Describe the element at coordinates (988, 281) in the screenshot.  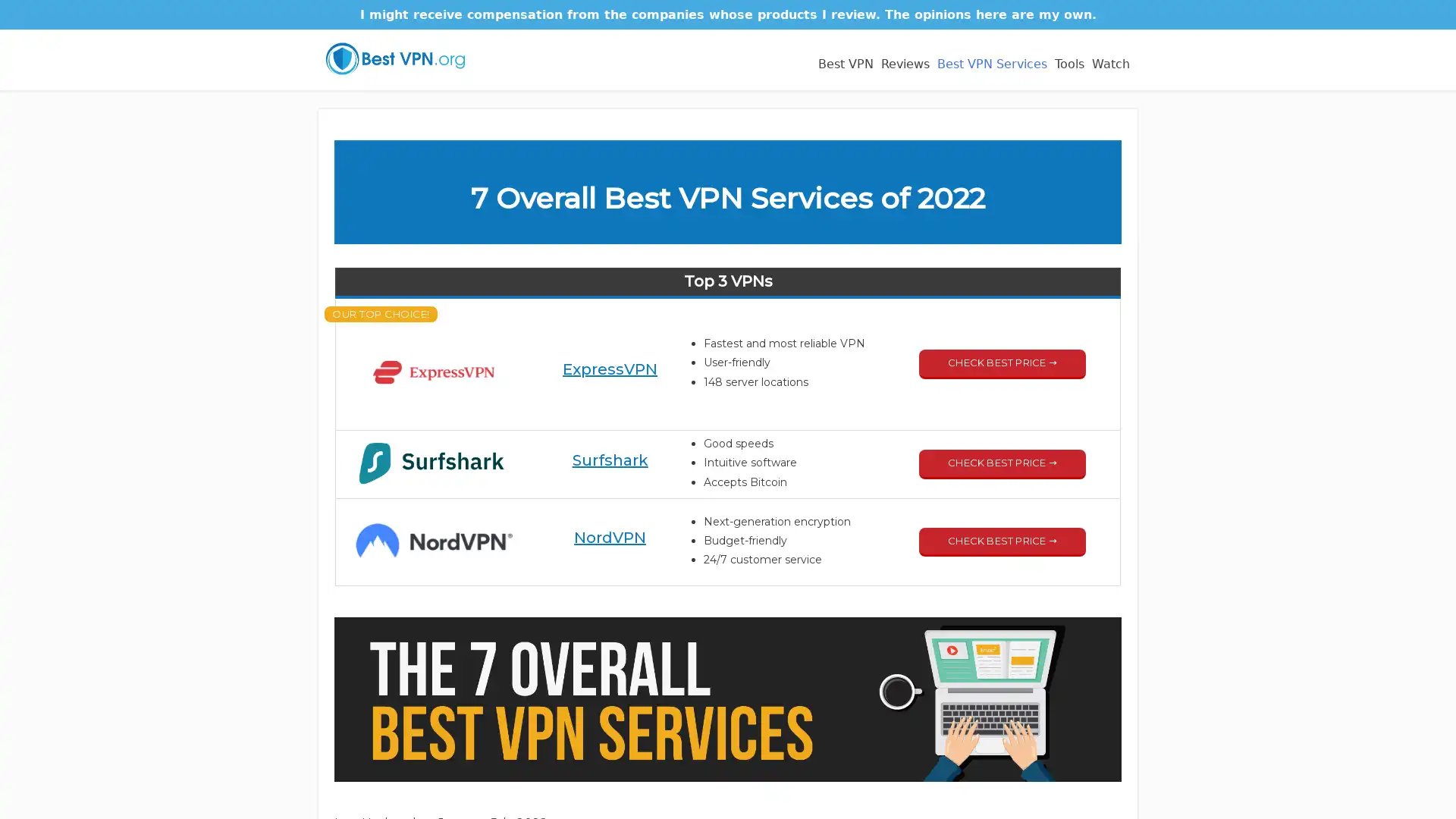
I see `Close` at that location.